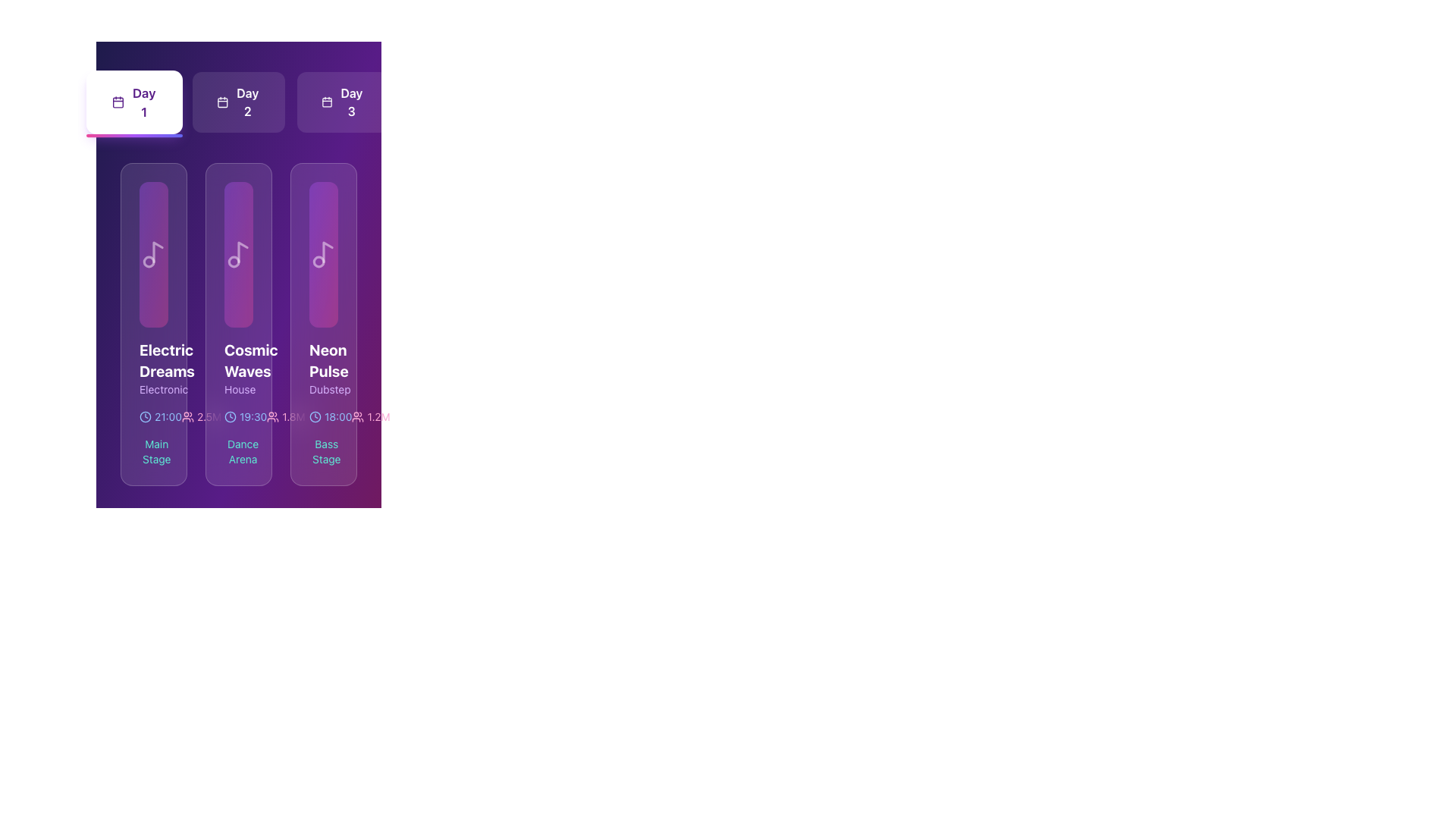 This screenshot has height=819, width=1456. Describe the element at coordinates (153, 253) in the screenshot. I see `design of the vertically elongated rectangular music icon component with a gradient from purple to pink, featuring a white music note, located in the middle of the leftmost column` at that location.